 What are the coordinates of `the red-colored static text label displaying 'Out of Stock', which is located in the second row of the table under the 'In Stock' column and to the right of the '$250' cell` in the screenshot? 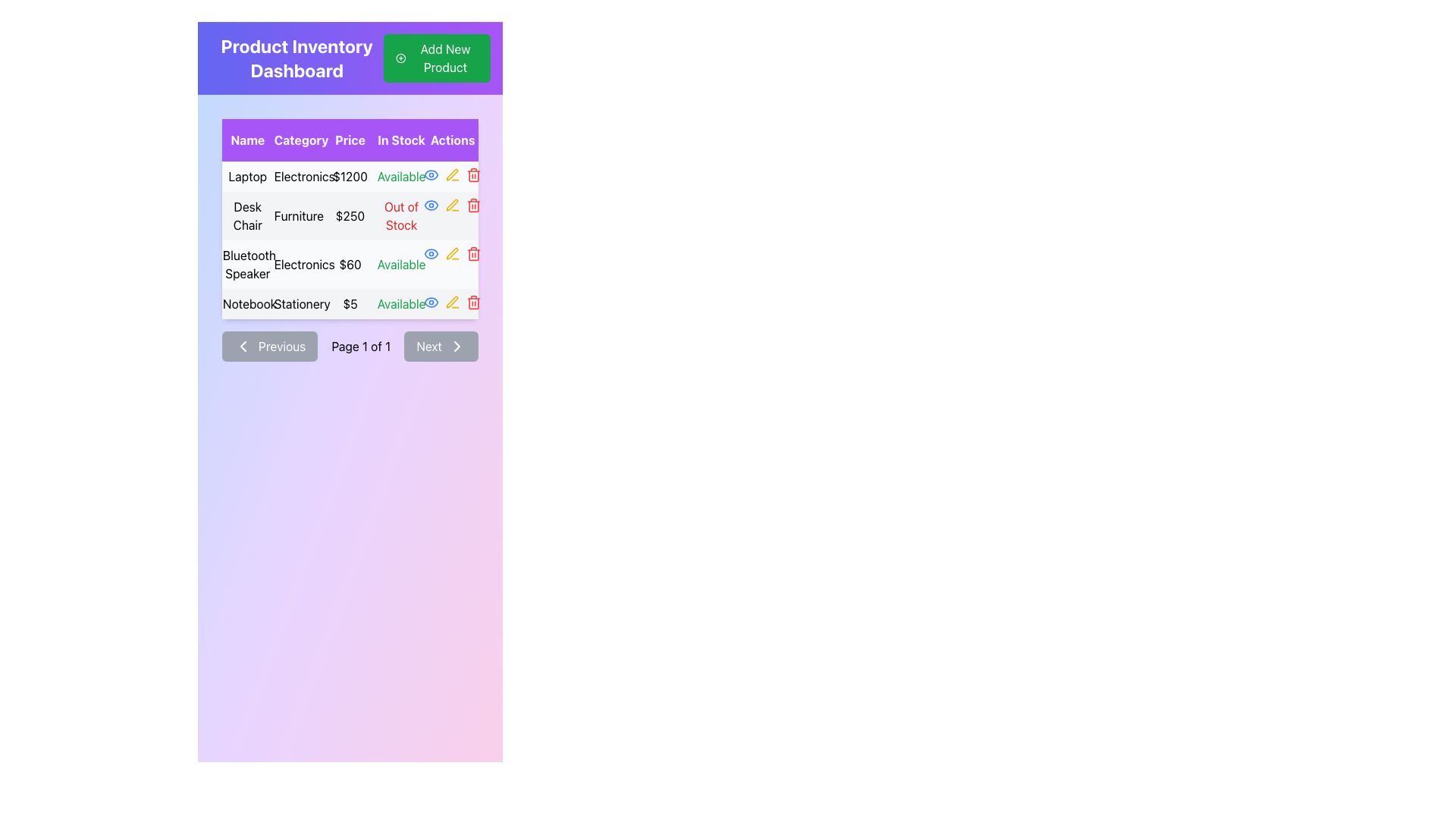 It's located at (401, 216).